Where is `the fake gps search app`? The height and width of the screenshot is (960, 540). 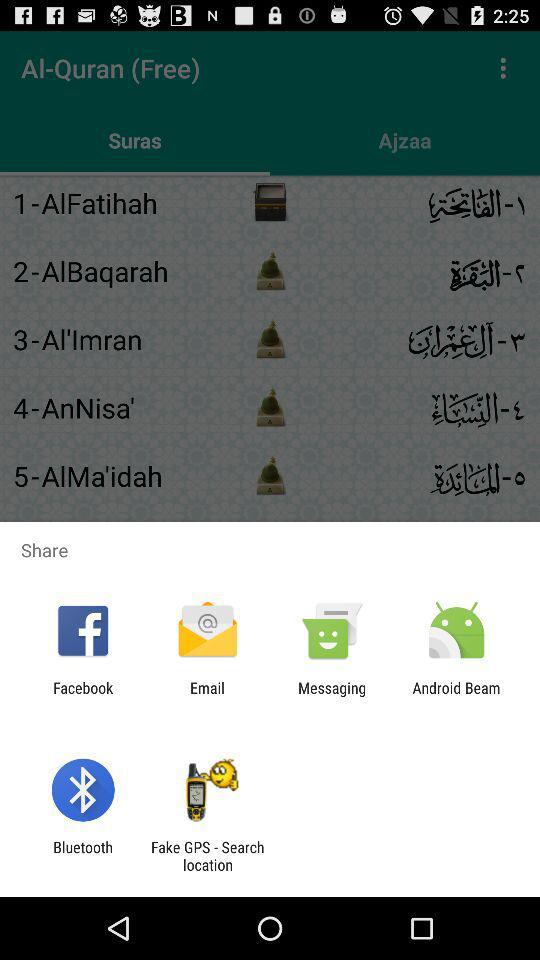 the fake gps search app is located at coordinates (206, 855).